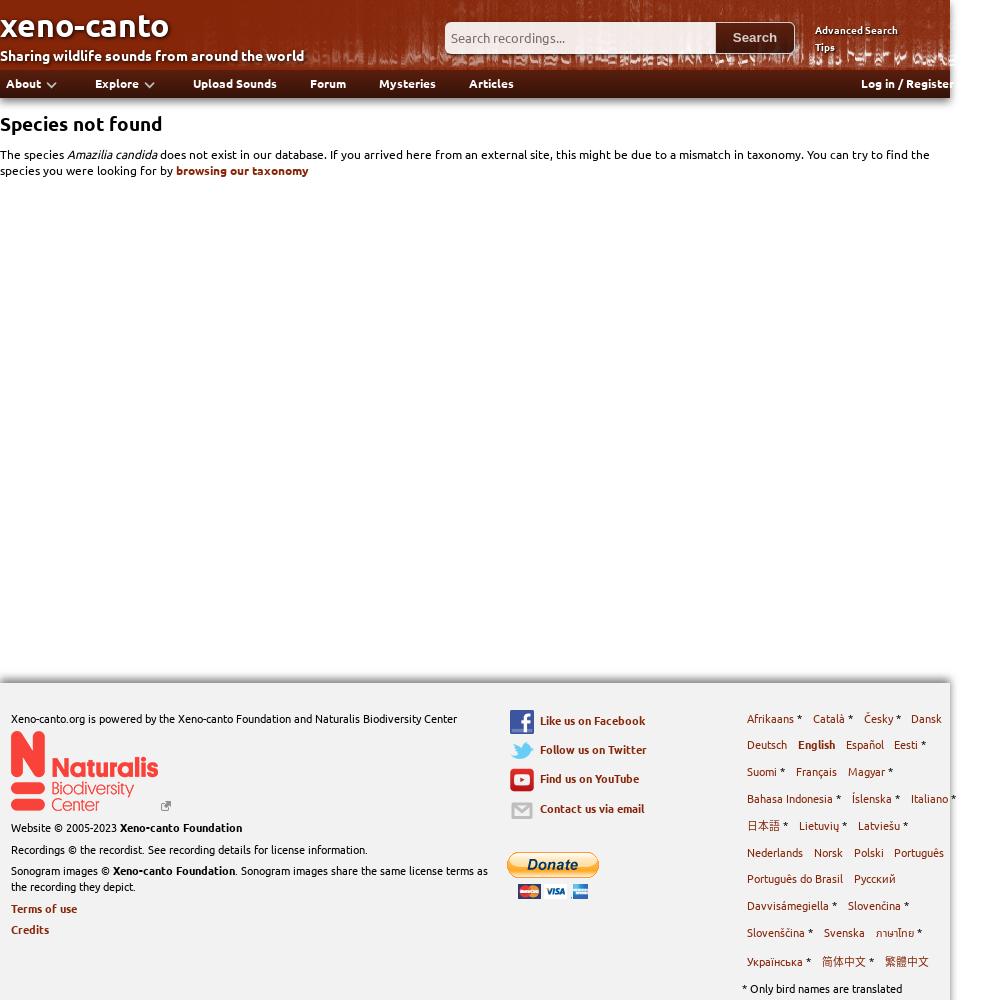 The image size is (982, 1000). I want to click on '. Sonogram images share the same license terms as the recording they depict.', so click(248, 878).